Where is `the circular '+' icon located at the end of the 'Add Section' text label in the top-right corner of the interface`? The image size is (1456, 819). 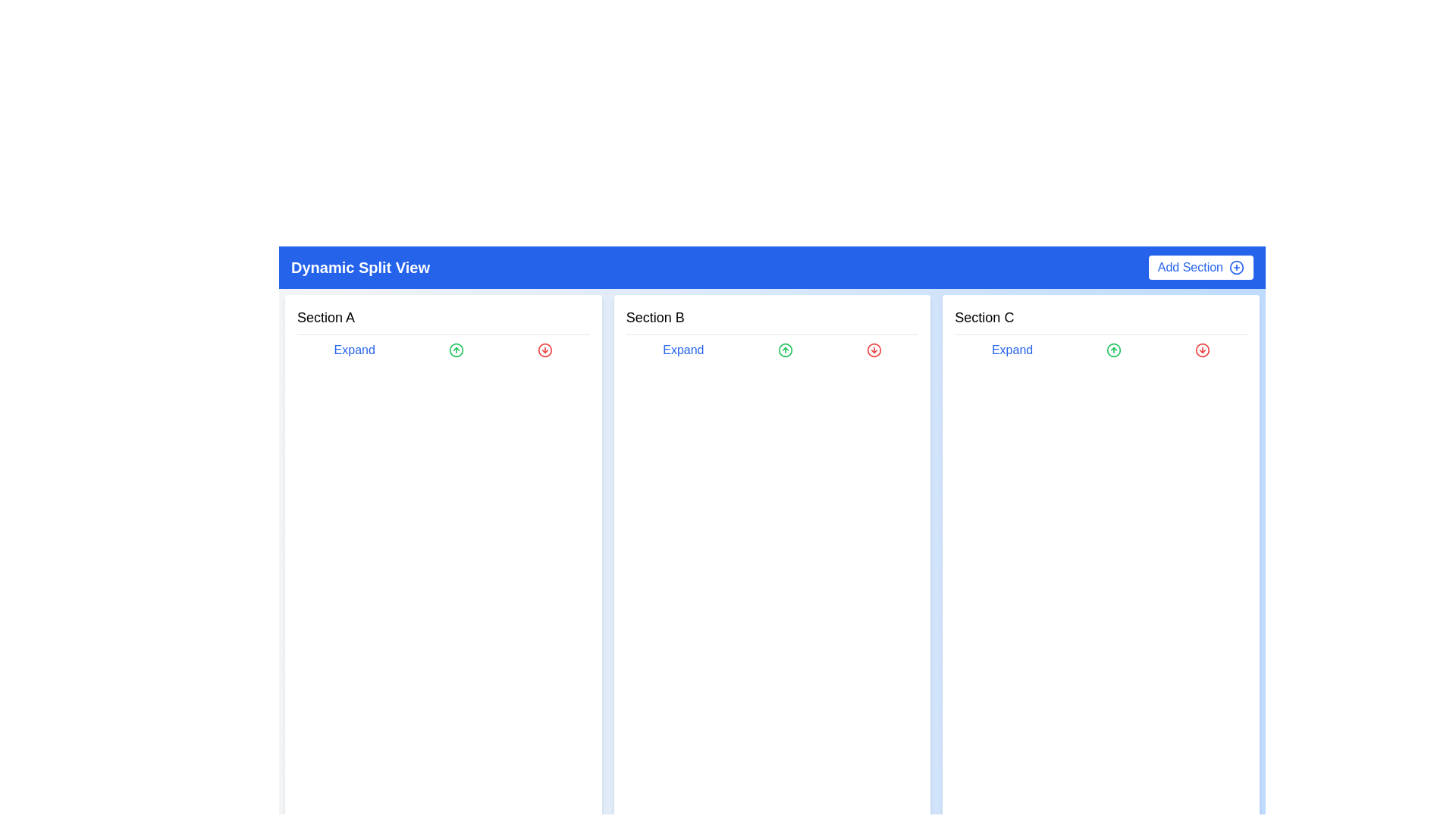
the circular '+' icon located at the end of the 'Add Section' text label in the top-right corner of the interface is located at coordinates (1237, 267).